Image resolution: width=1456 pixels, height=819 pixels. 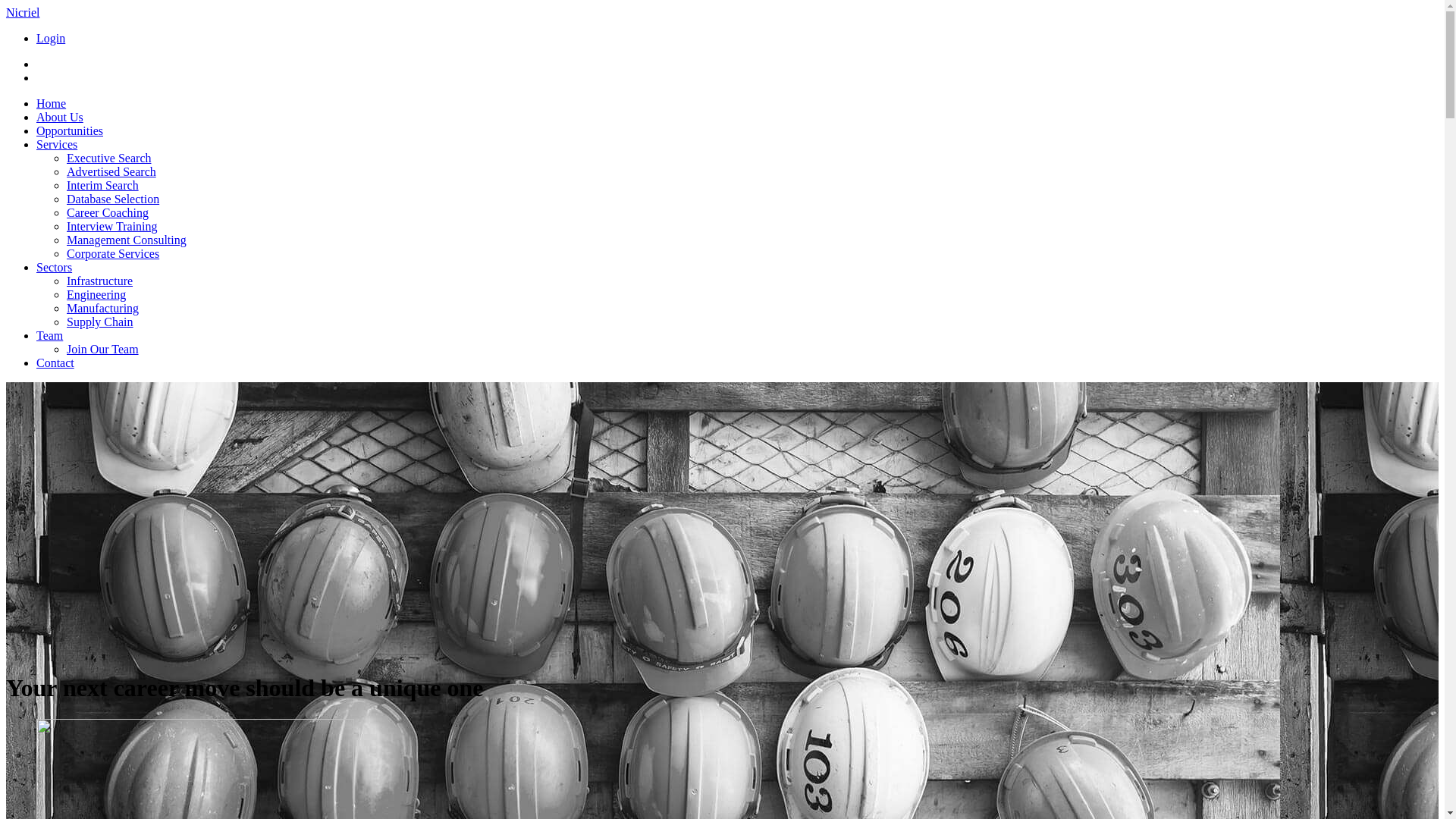 What do you see at coordinates (54, 266) in the screenshot?
I see `'Sectors'` at bounding box center [54, 266].